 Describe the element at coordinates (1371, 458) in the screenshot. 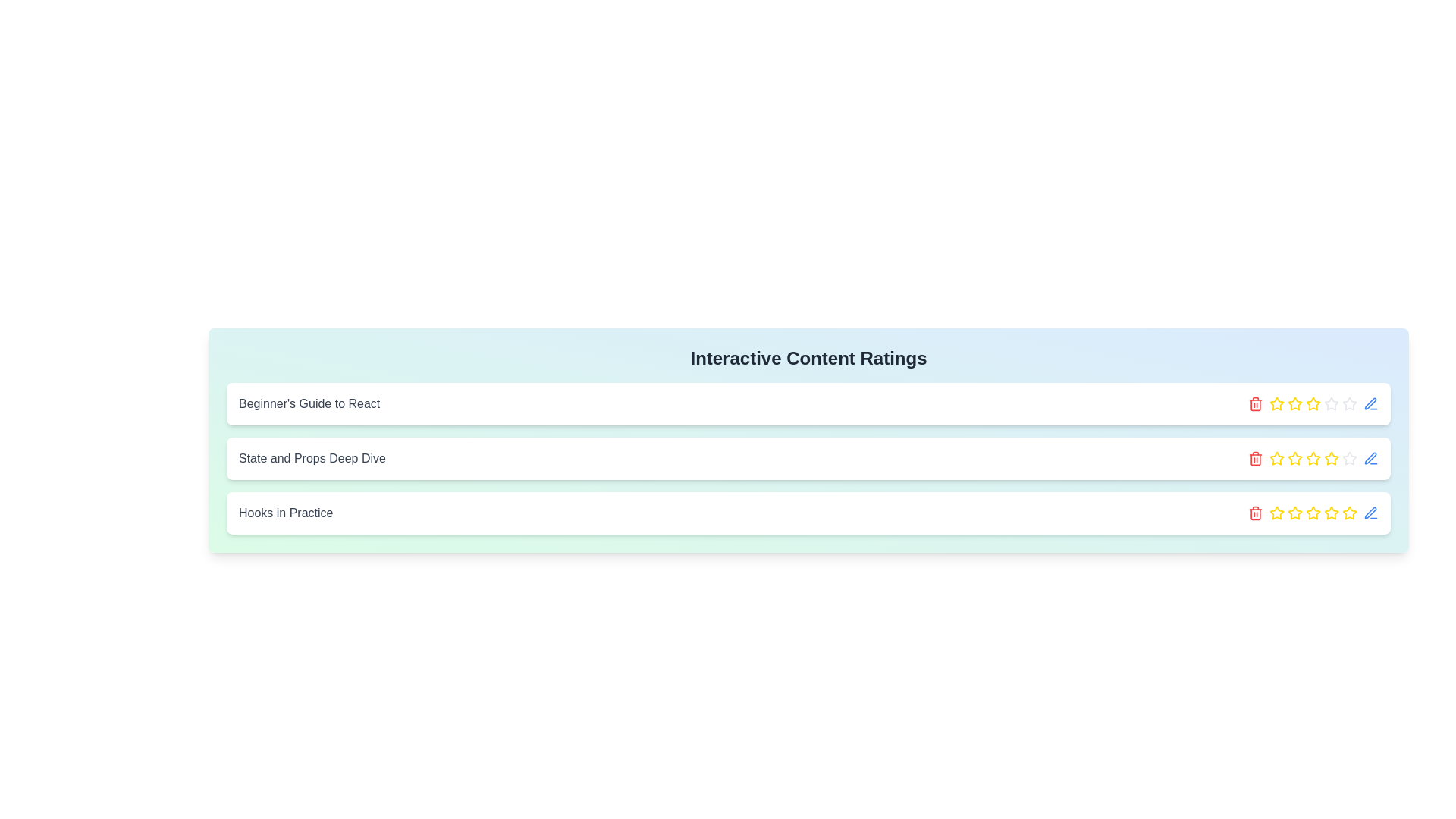

I see `the blue edit icon button located at the right-most end of the interactive row` at that location.